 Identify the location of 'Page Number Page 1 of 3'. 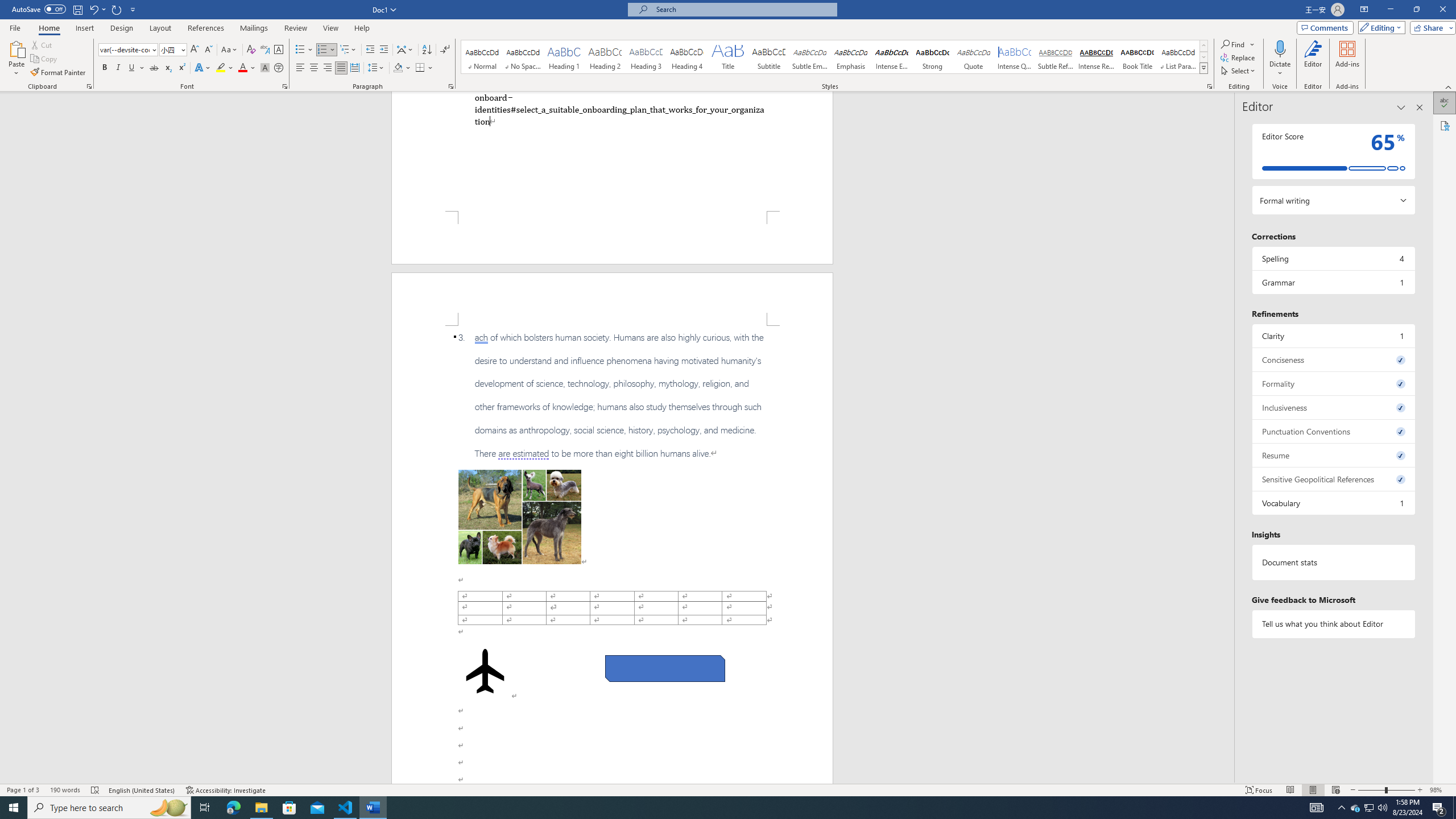
(23, 790).